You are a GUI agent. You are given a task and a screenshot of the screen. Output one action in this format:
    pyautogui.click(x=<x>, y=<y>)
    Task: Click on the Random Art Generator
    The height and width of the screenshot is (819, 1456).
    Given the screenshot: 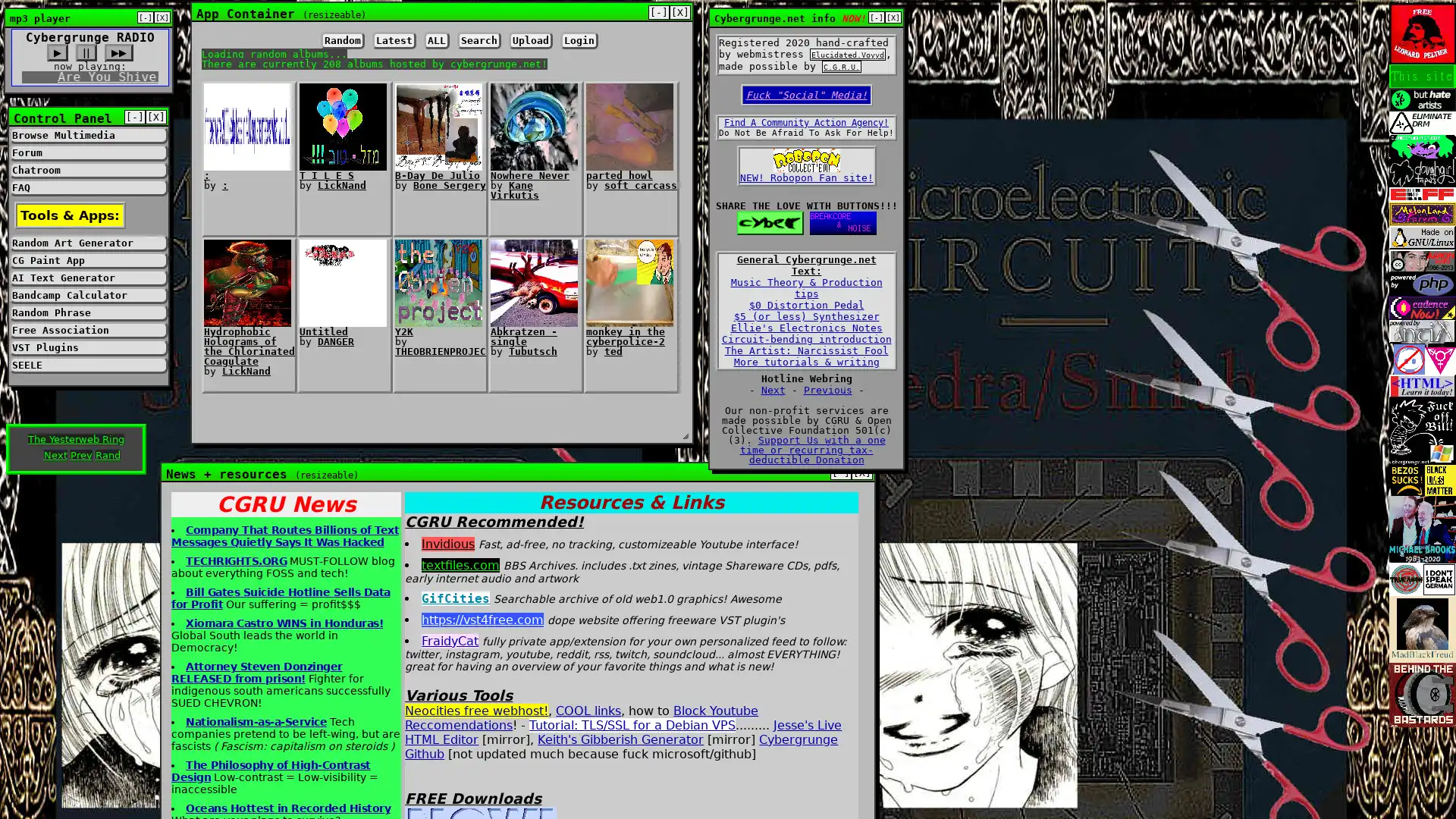 What is the action you would take?
    pyautogui.click(x=87, y=242)
    